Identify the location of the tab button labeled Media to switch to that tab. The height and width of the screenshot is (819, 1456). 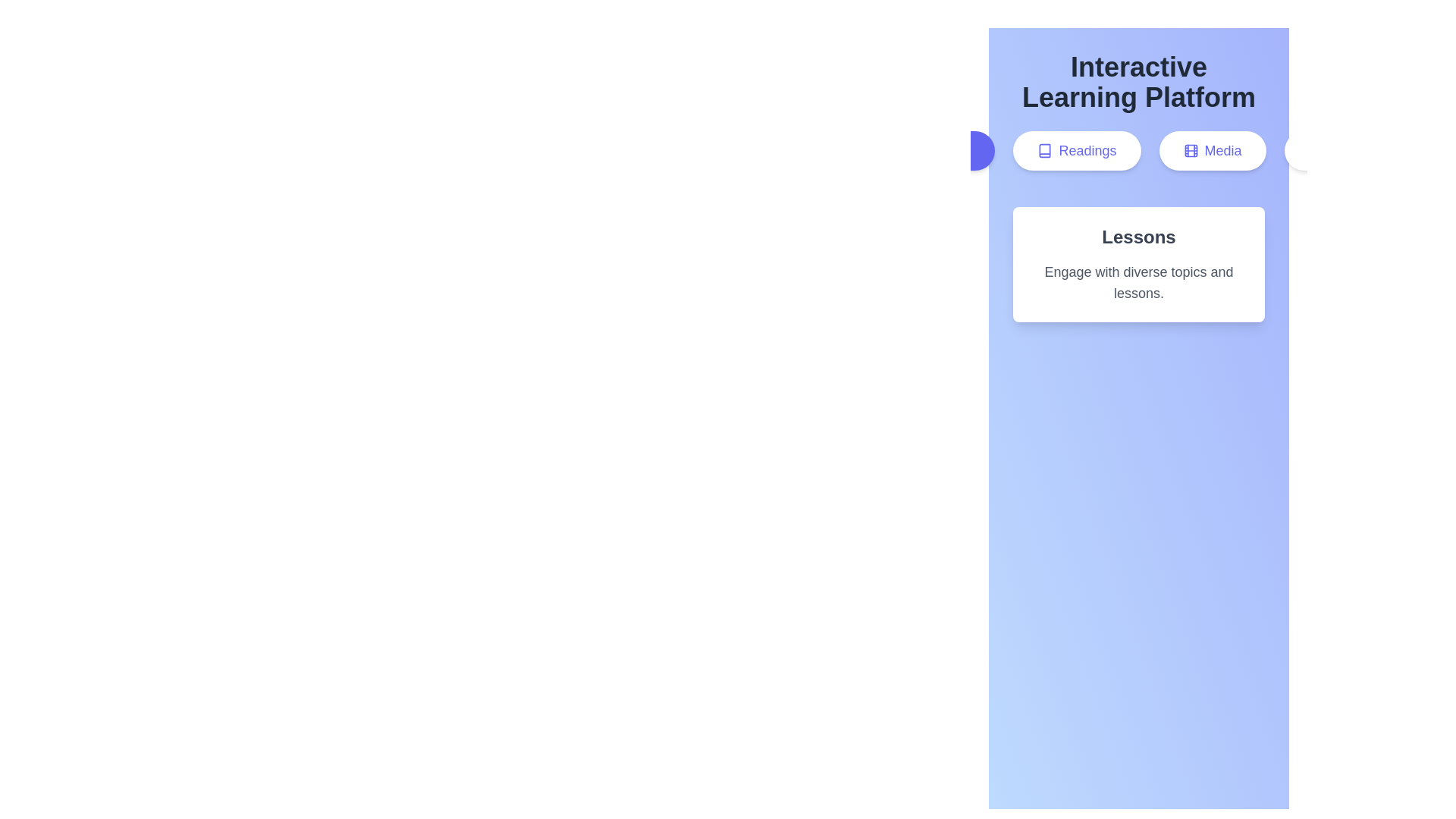
(1211, 151).